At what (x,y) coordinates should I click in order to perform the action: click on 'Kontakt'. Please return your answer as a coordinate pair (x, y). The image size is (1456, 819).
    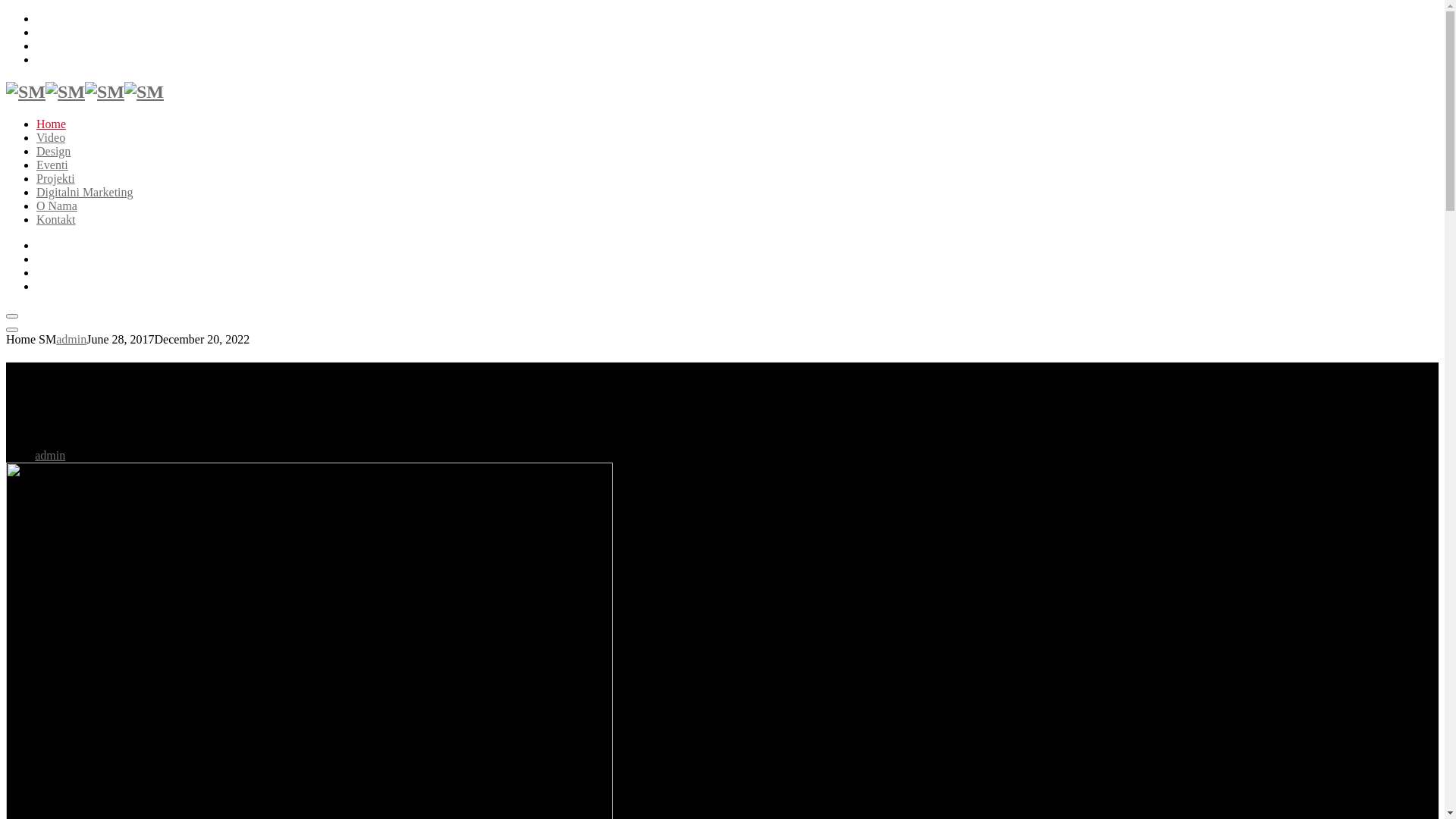
    Looking at the image, I should click on (55, 219).